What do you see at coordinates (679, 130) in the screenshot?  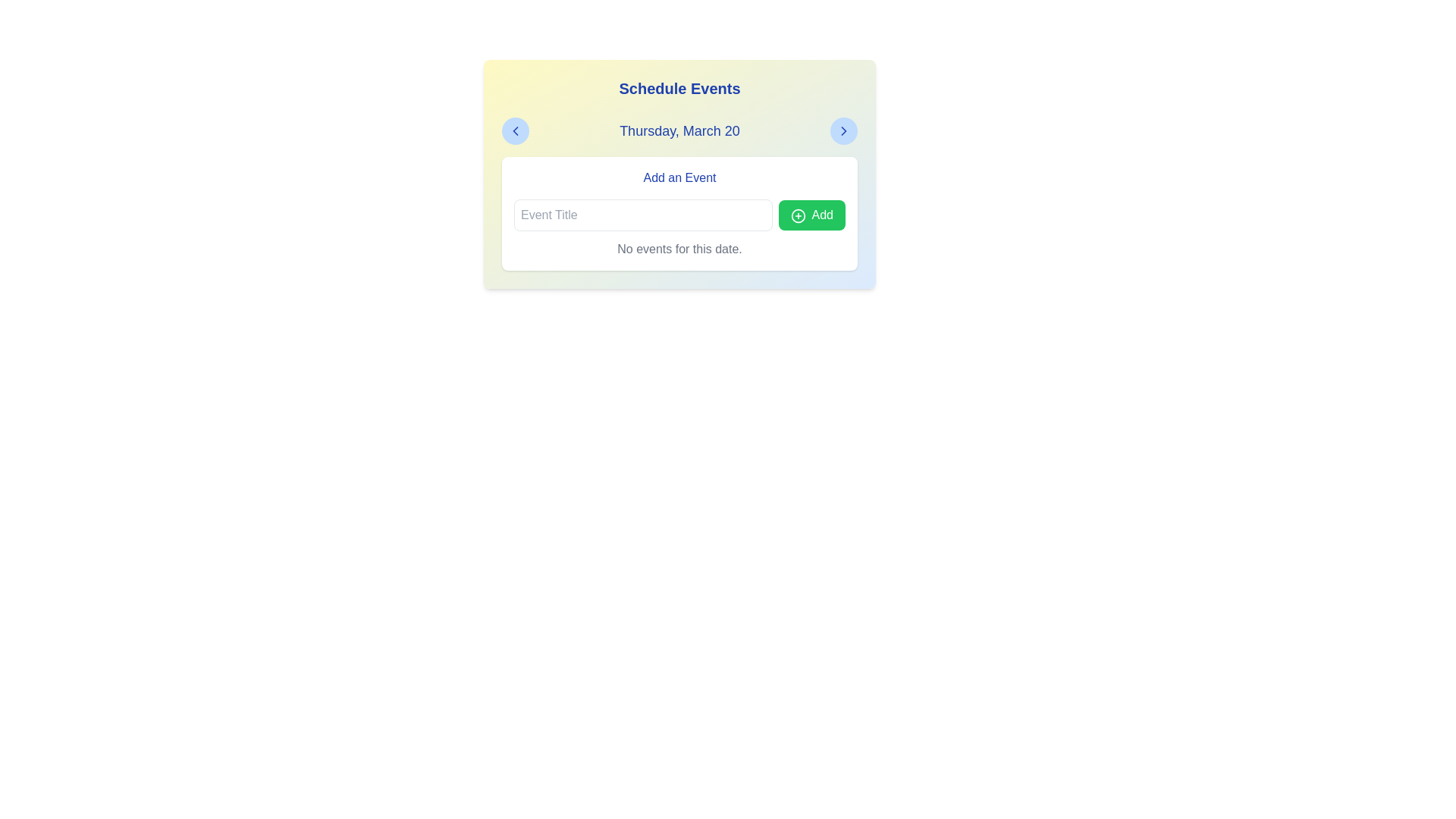 I see `the Text label that displays the currently selected date in the calendar interface, positioned below the title 'Schedule Events' and above the events section` at bounding box center [679, 130].